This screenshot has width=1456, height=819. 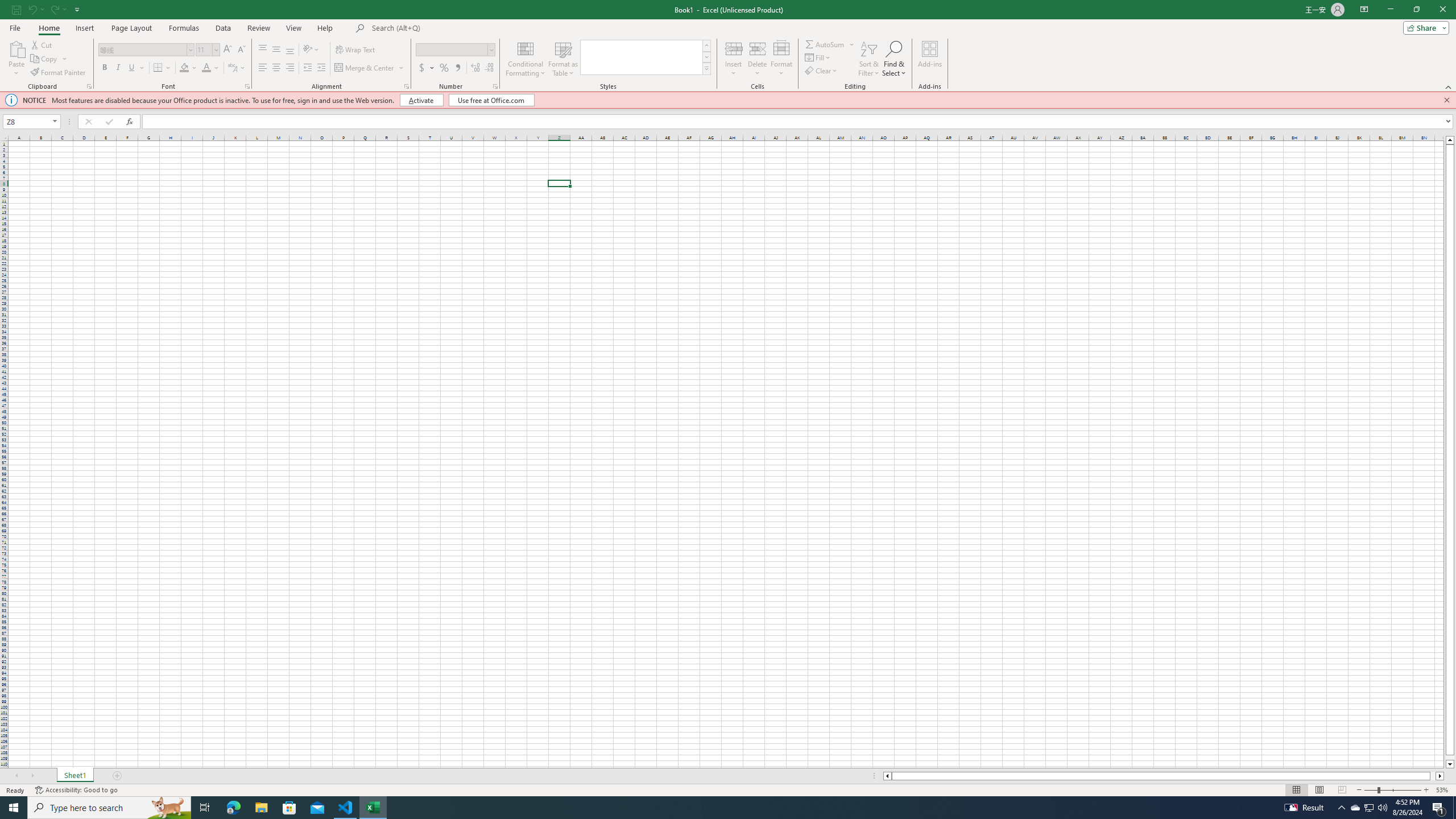 What do you see at coordinates (489, 67) in the screenshot?
I see `'Decrease Decimal'` at bounding box center [489, 67].